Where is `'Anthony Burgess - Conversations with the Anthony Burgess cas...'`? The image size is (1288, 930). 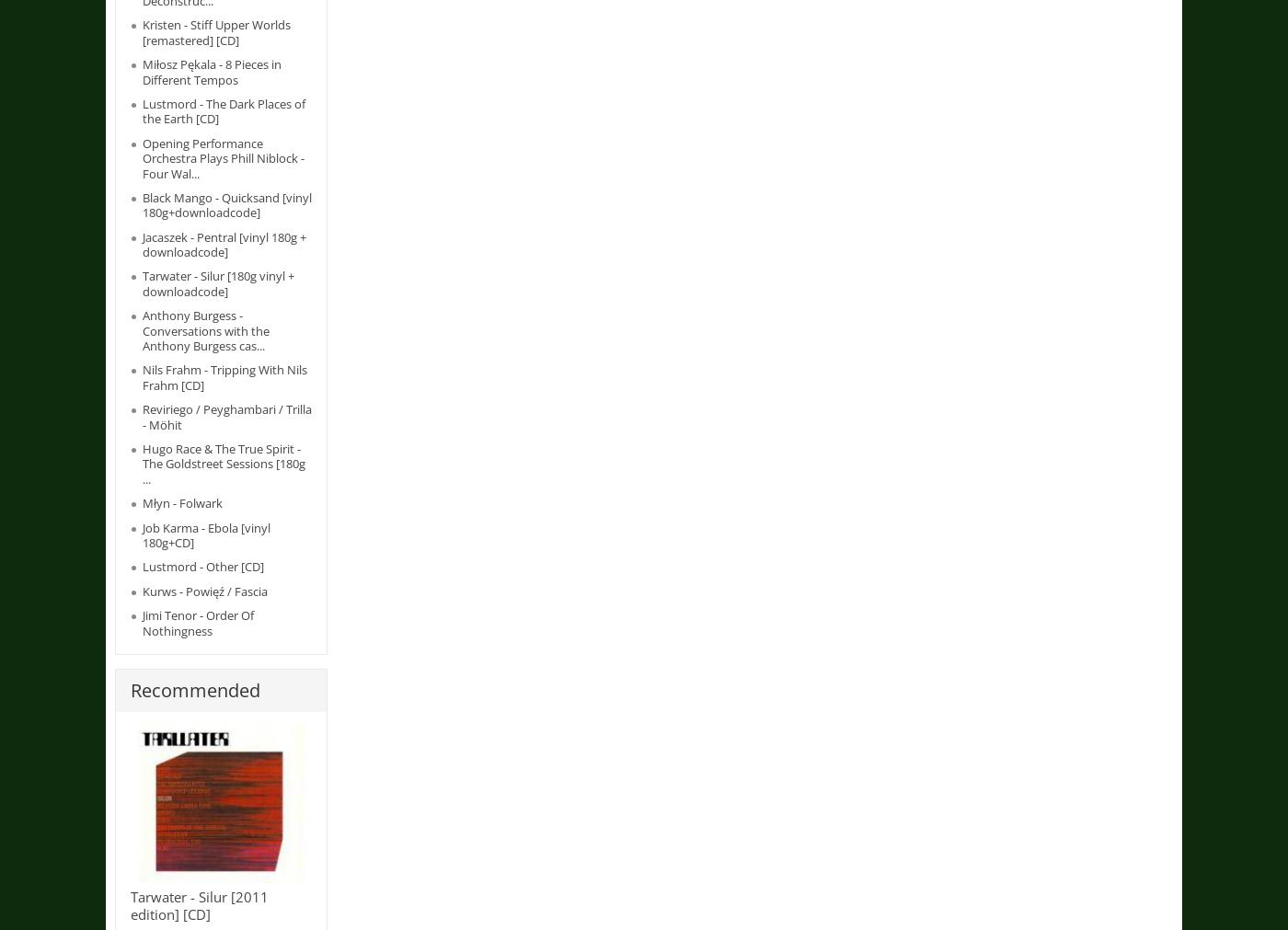
'Anthony Burgess - Conversations with the Anthony Burgess cas...' is located at coordinates (206, 329).